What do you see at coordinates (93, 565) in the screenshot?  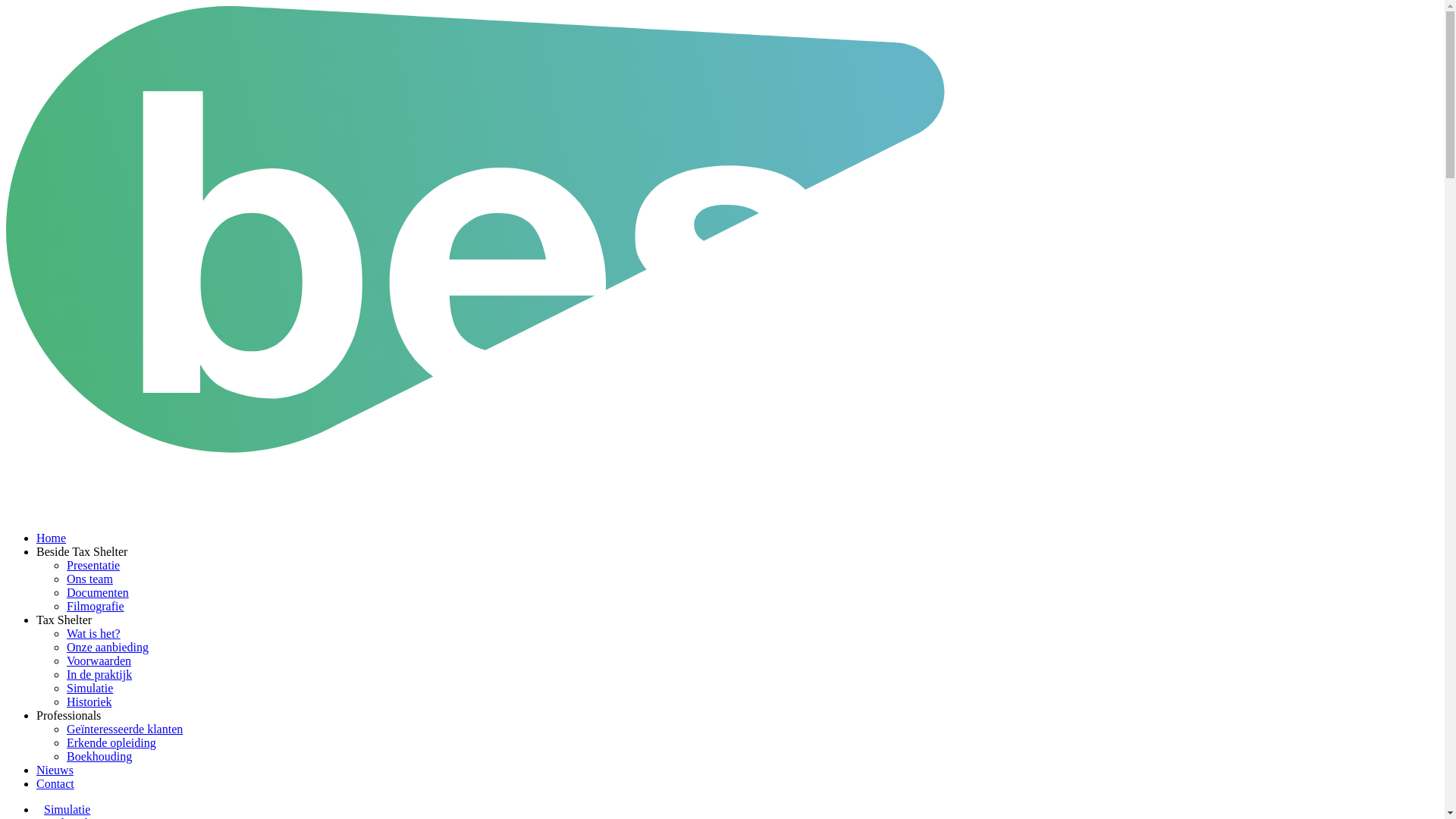 I see `'Presentatie'` at bounding box center [93, 565].